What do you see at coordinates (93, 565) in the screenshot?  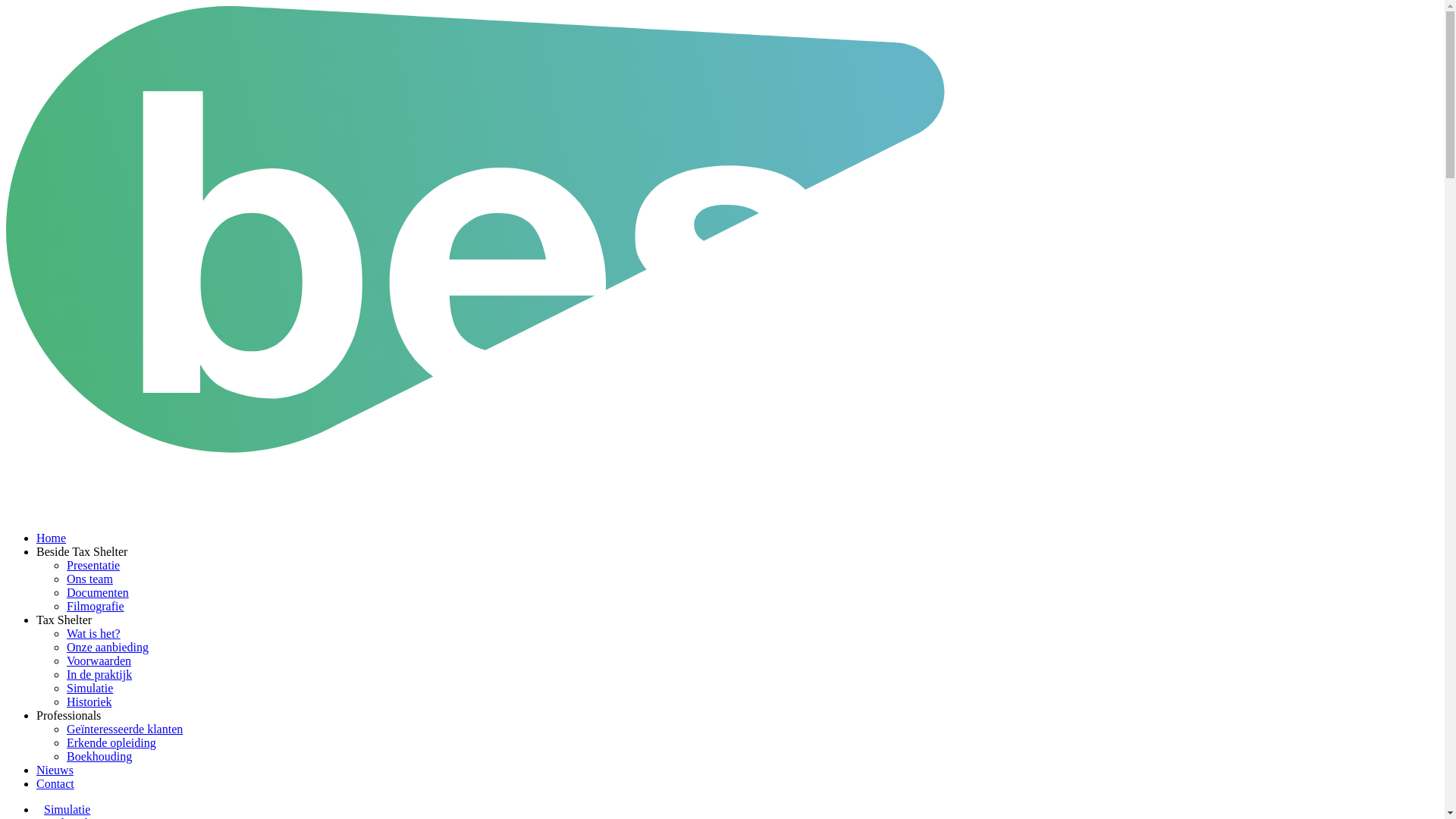 I see `'Presentatie'` at bounding box center [93, 565].